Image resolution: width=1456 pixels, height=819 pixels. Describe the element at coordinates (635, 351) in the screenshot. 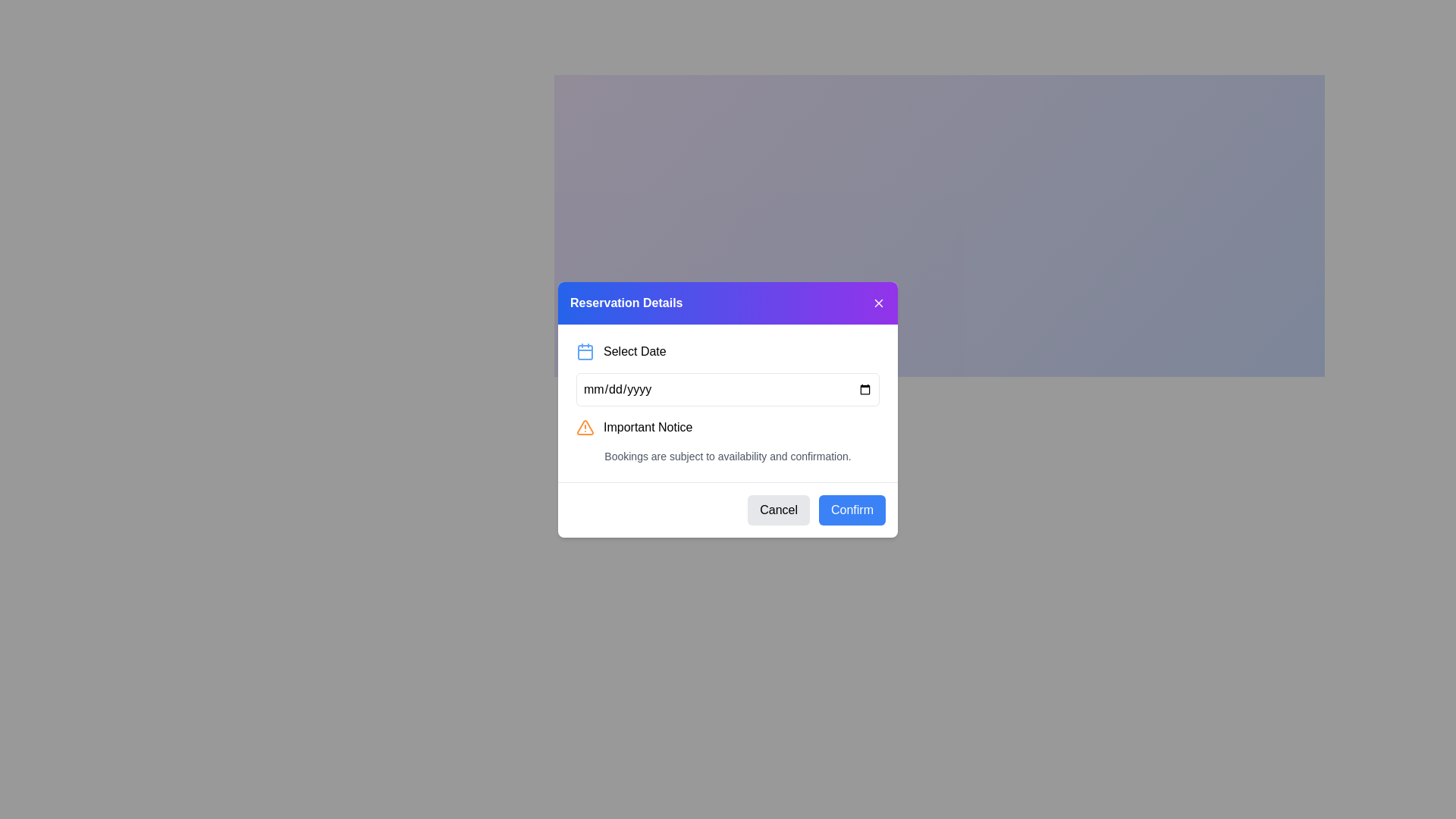

I see `the static text label 'Select Date' which is positioned in the header of the reservation details interface, next to a calendar icon` at that location.